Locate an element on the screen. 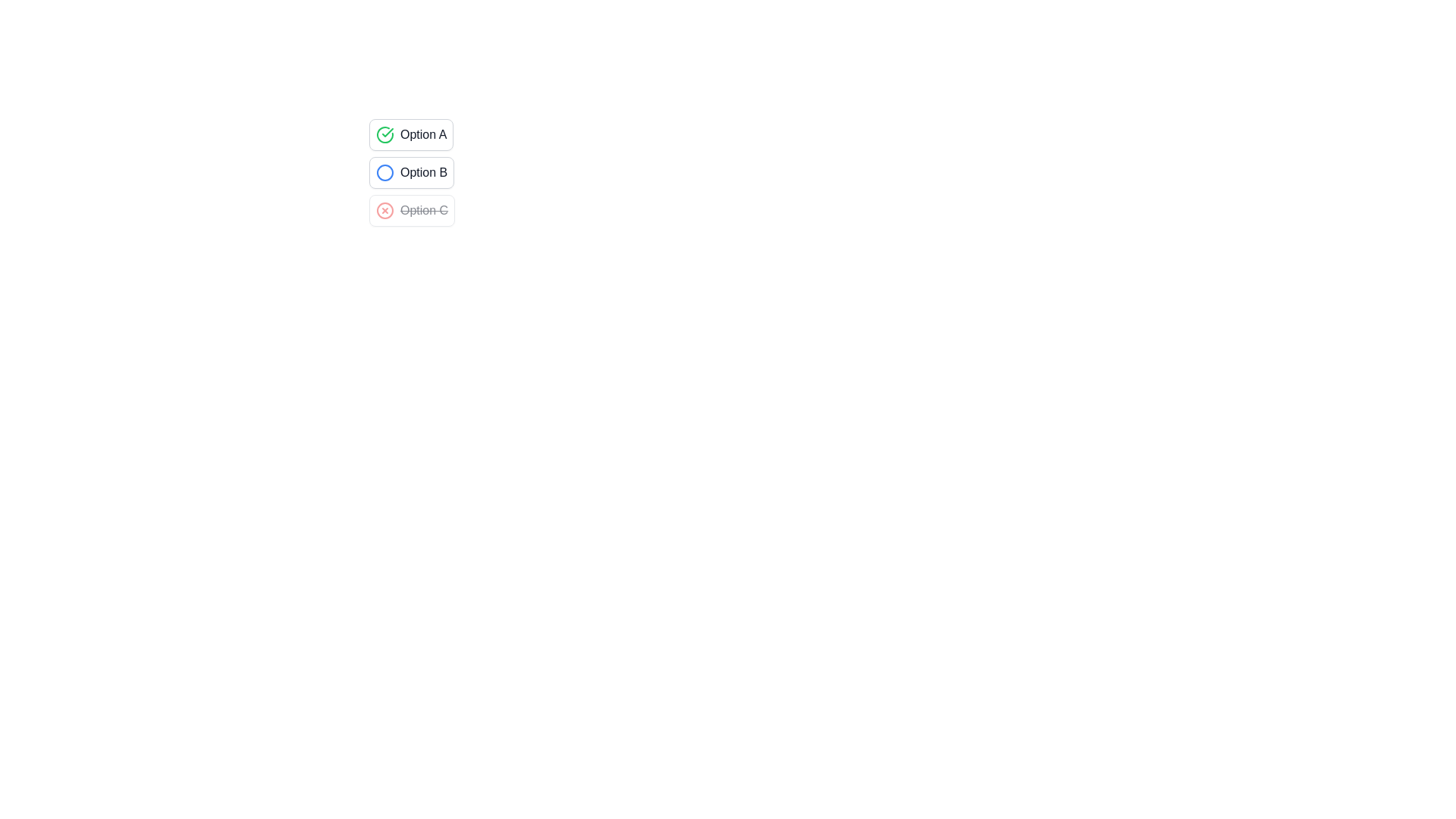 Image resolution: width=1456 pixels, height=819 pixels. the Disabled selectable option, which is the third item in a vertical list that includes 'Option A' and 'Option B' above it, indicating it is unselectable due to its disabled state is located at coordinates (412, 210).